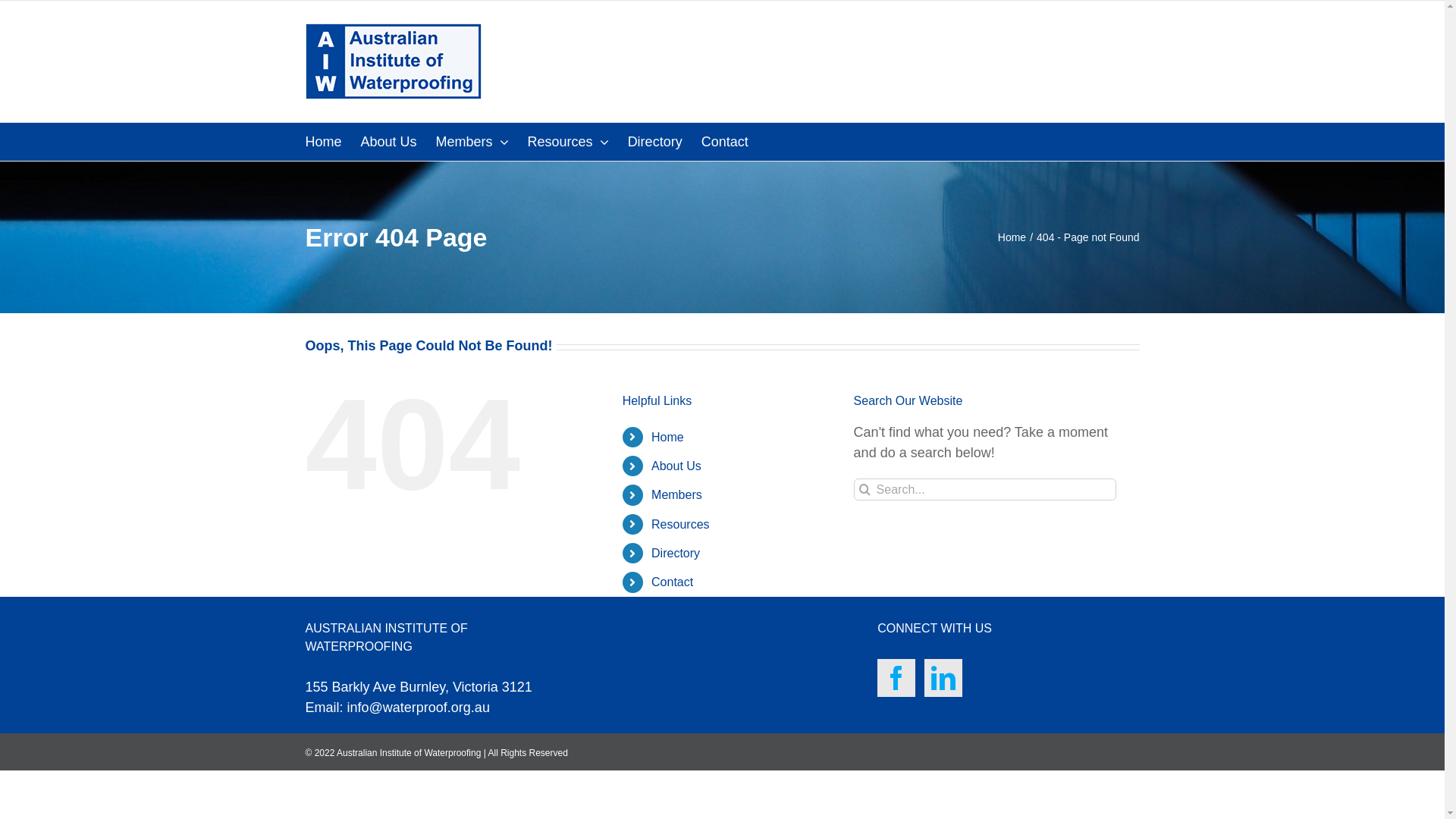 This screenshot has width=1456, height=819. Describe the element at coordinates (667, 437) in the screenshot. I see `'Home'` at that location.